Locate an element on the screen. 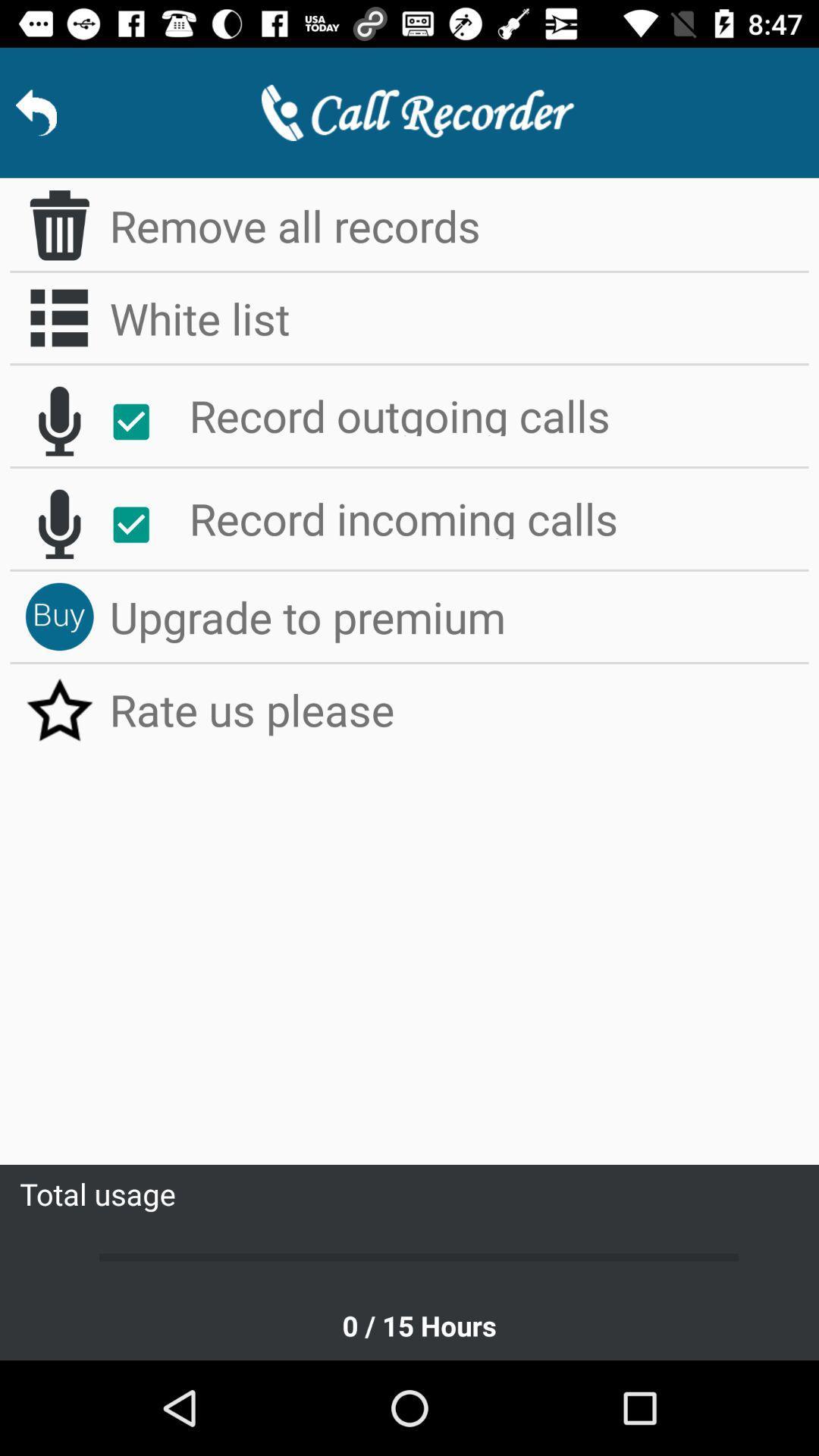  app next to record outgoing calls is located at coordinates (139, 422).